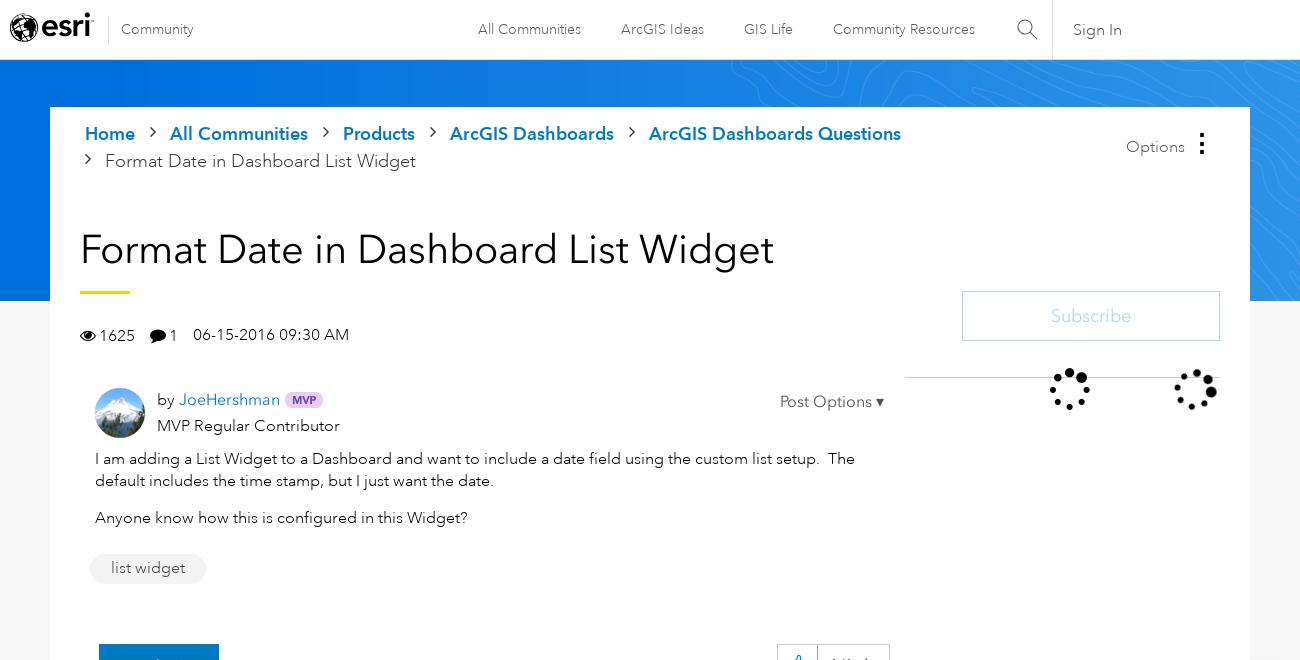  Describe the element at coordinates (1155, 145) in the screenshot. I see `'Options'` at that location.